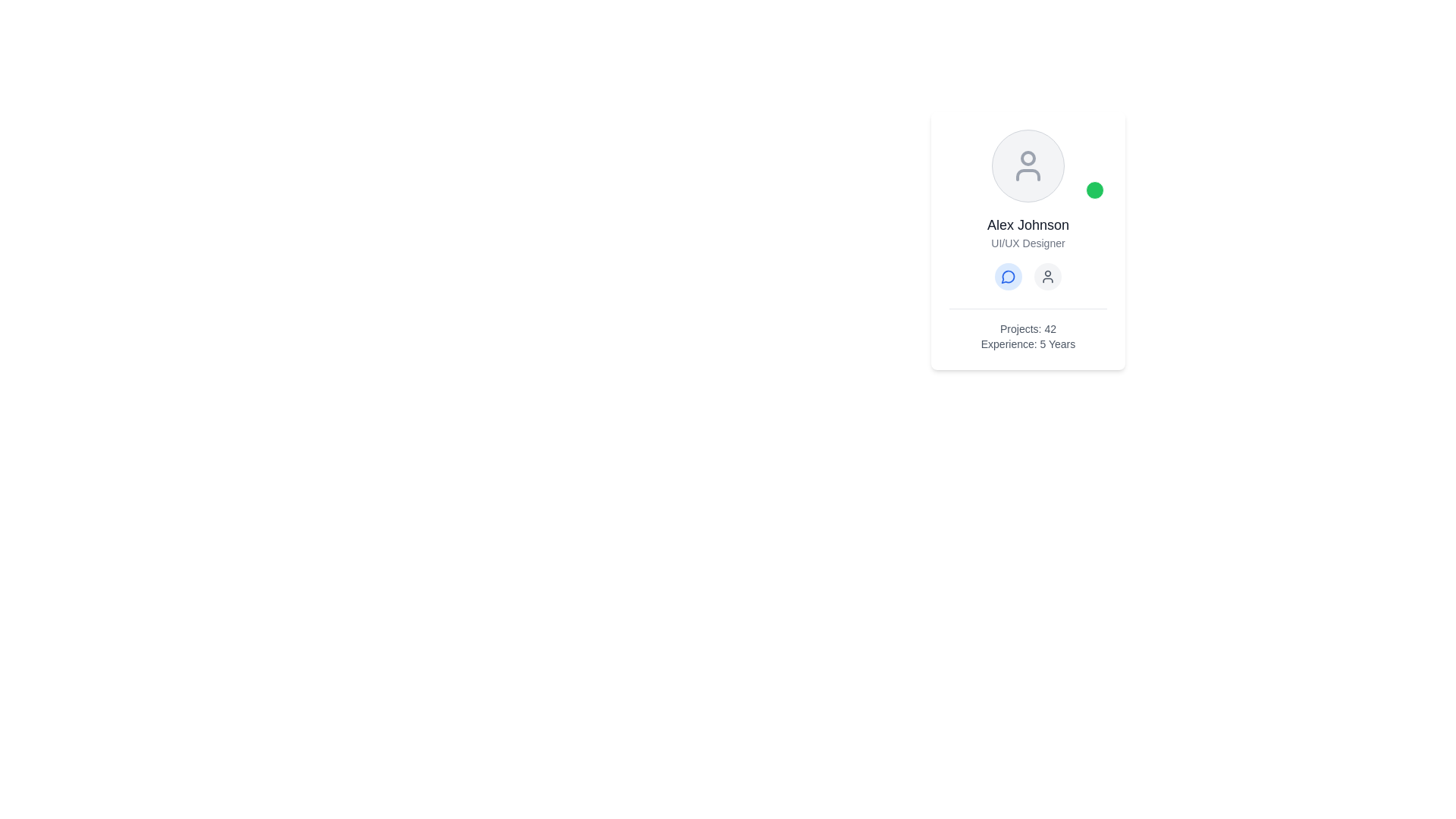 This screenshot has width=1456, height=819. I want to click on the user name text label located within the profile card, positioned above 'UI/UX Designer' and below the avatar icon, so click(1028, 225).